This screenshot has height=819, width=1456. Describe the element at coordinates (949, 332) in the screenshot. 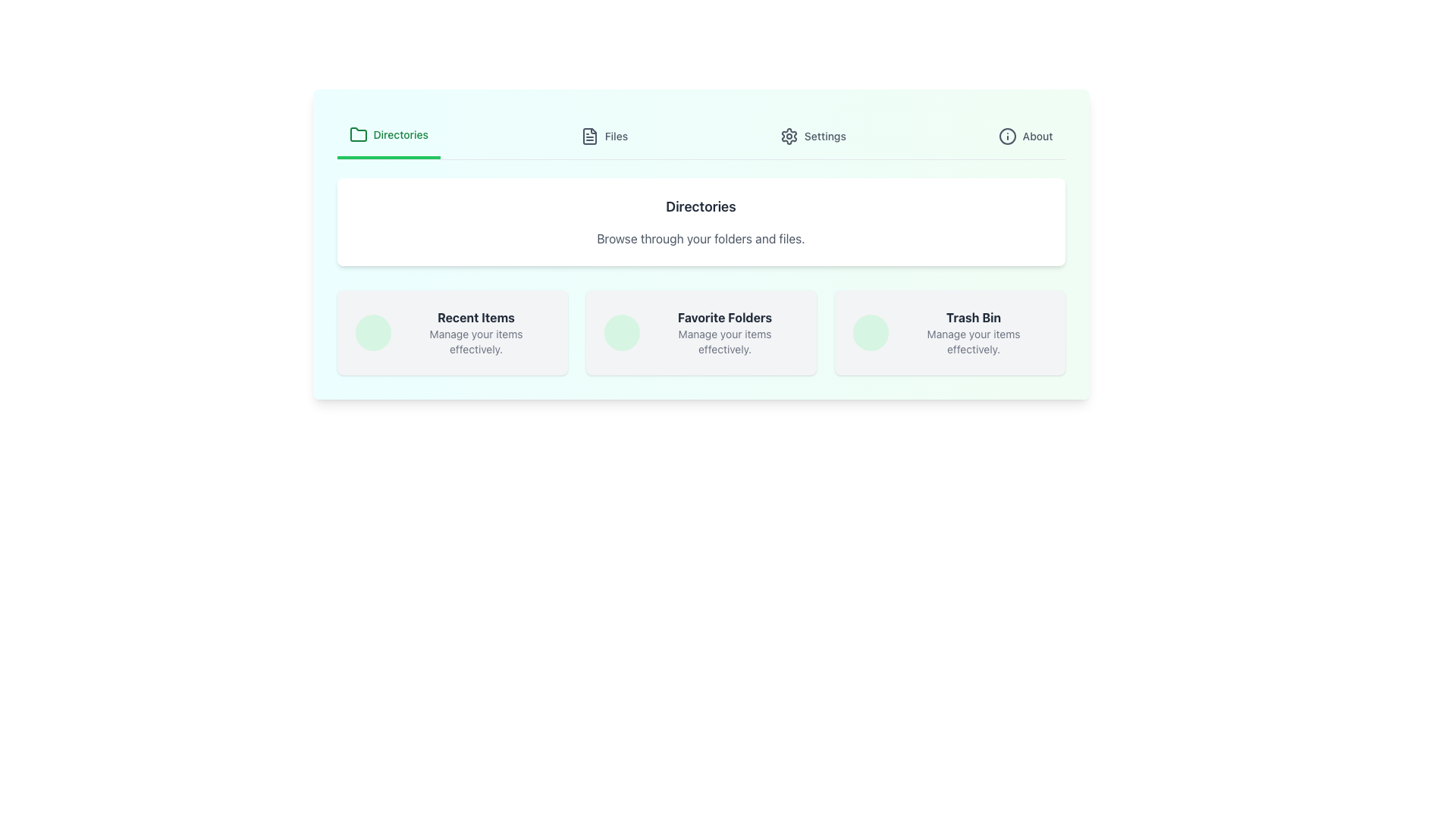

I see `the Interactive Card for managing items categorized under 'Trash Bin', which is the last card in a row of three cards situated to the far right` at that location.